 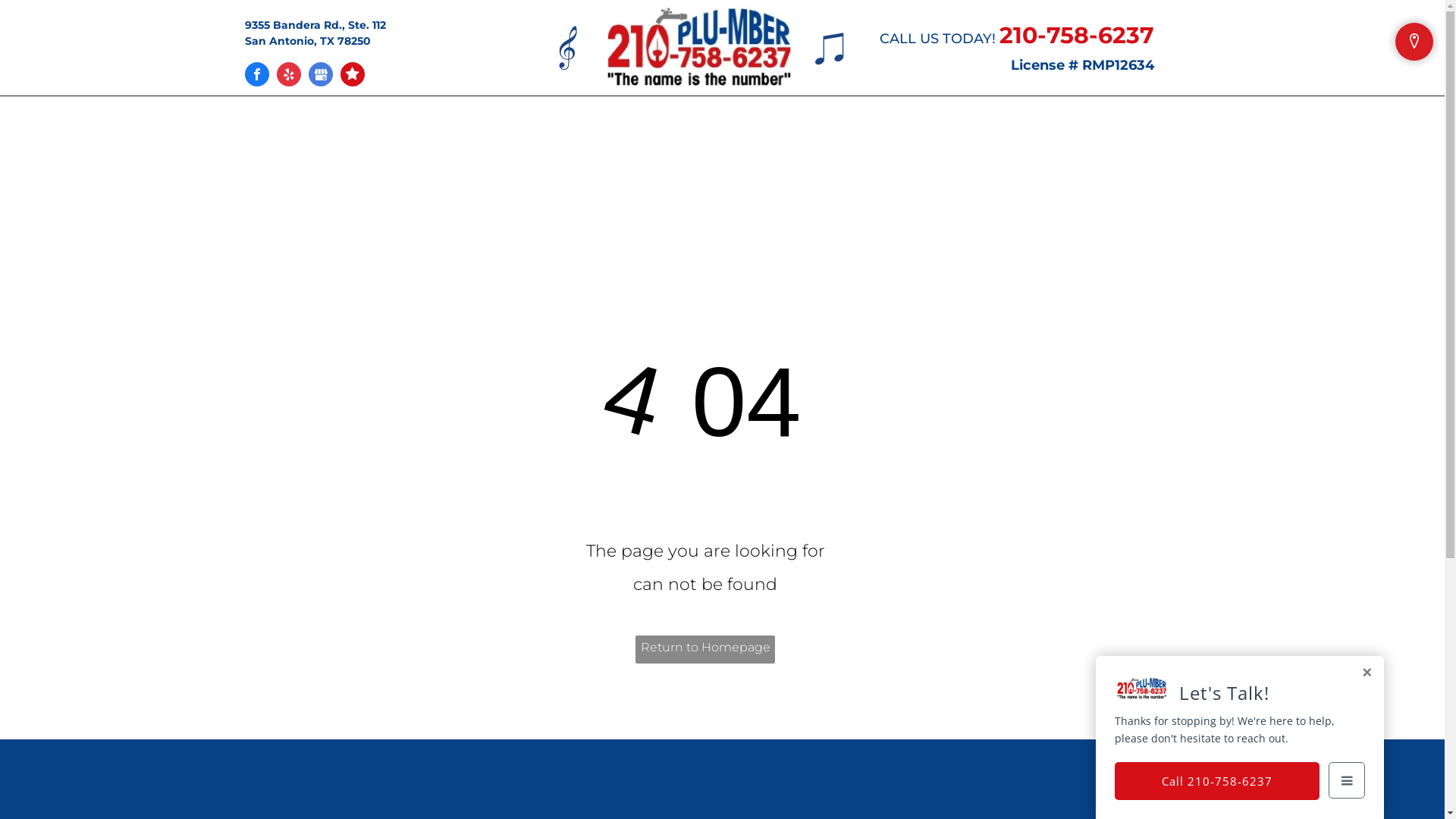 What do you see at coordinates (1216, 780) in the screenshot?
I see `'Call 210-758-6237'` at bounding box center [1216, 780].